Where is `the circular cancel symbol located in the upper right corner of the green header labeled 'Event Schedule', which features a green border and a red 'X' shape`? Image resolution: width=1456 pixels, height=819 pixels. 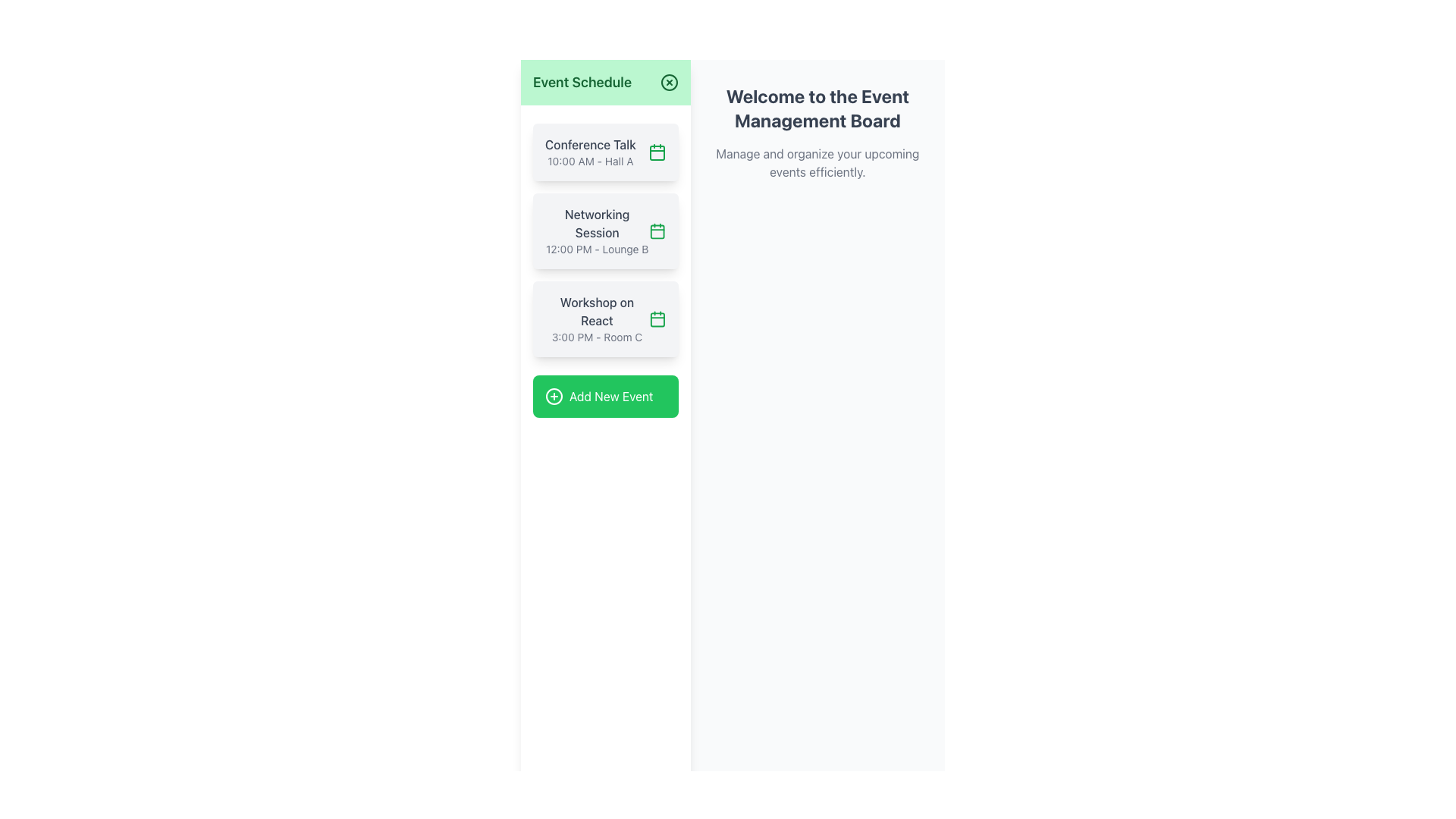 the circular cancel symbol located in the upper right corner of the green header labeled 'Event Schedule', which features a green border and a red 'X' shape is located at coordinates (668, 82).